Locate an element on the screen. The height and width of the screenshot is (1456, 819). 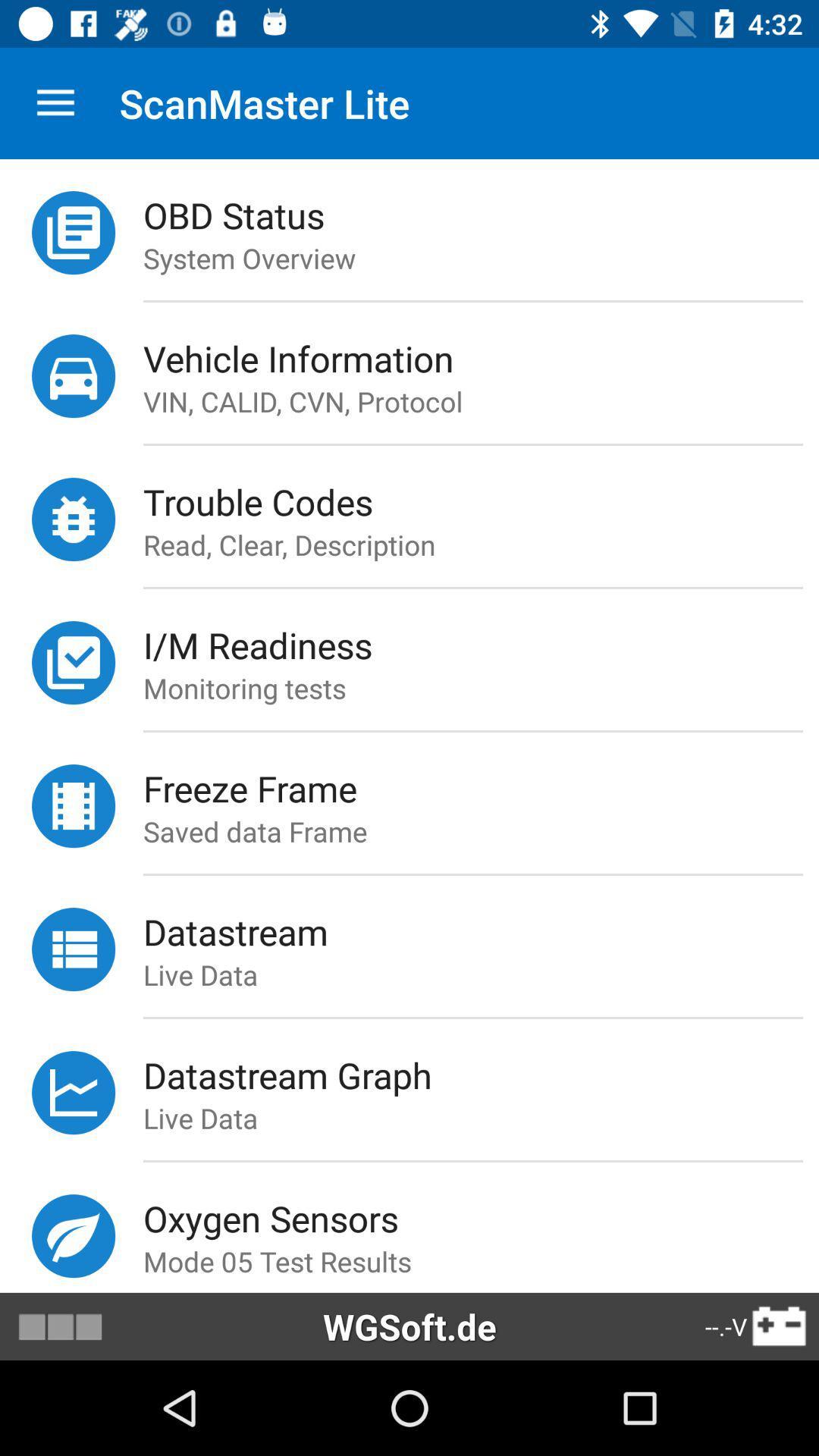
the app next to the scanmaster lite is located at coordinates (55, 102).